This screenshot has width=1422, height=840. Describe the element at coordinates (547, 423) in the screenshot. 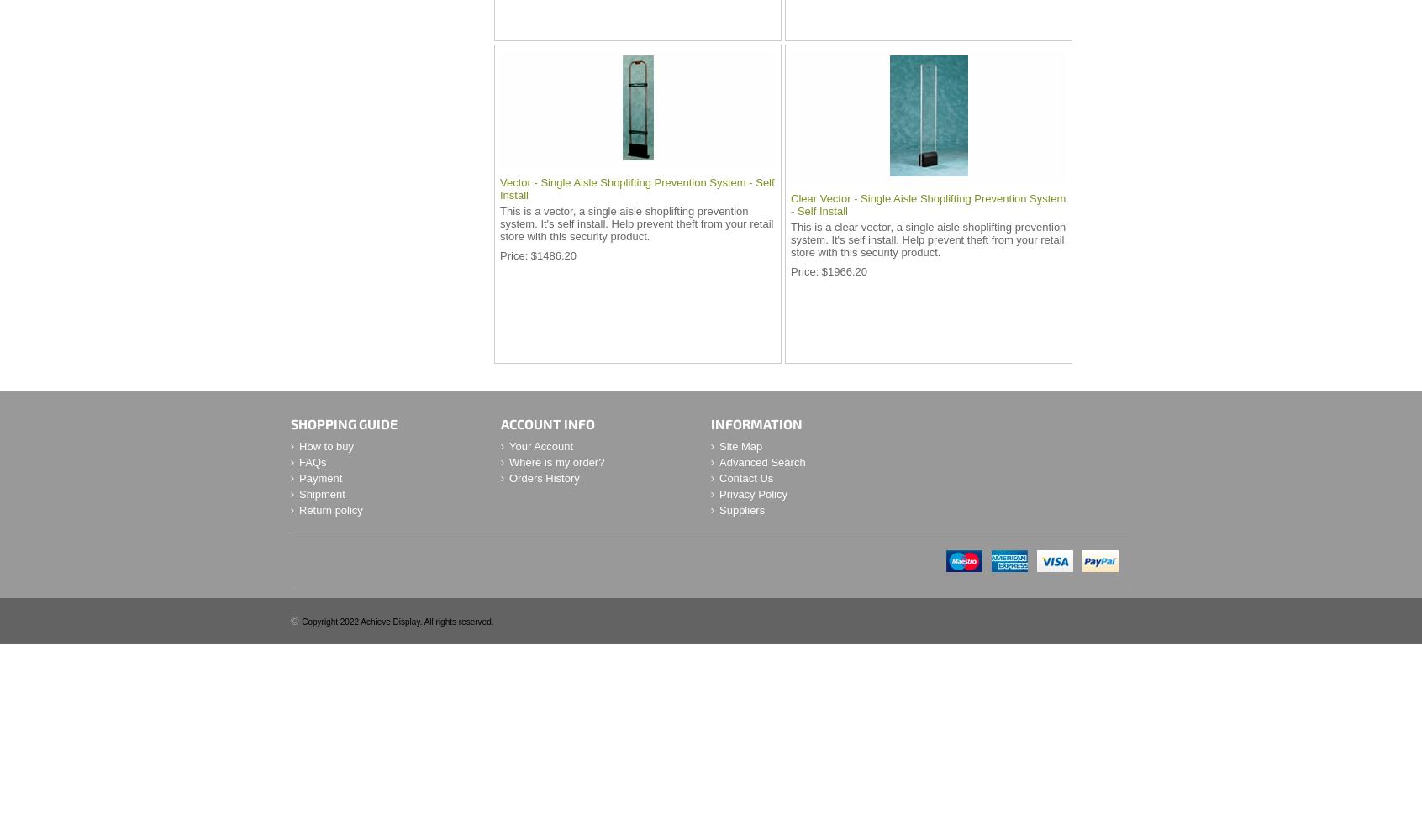

I see `'Account INFO'` at that location.